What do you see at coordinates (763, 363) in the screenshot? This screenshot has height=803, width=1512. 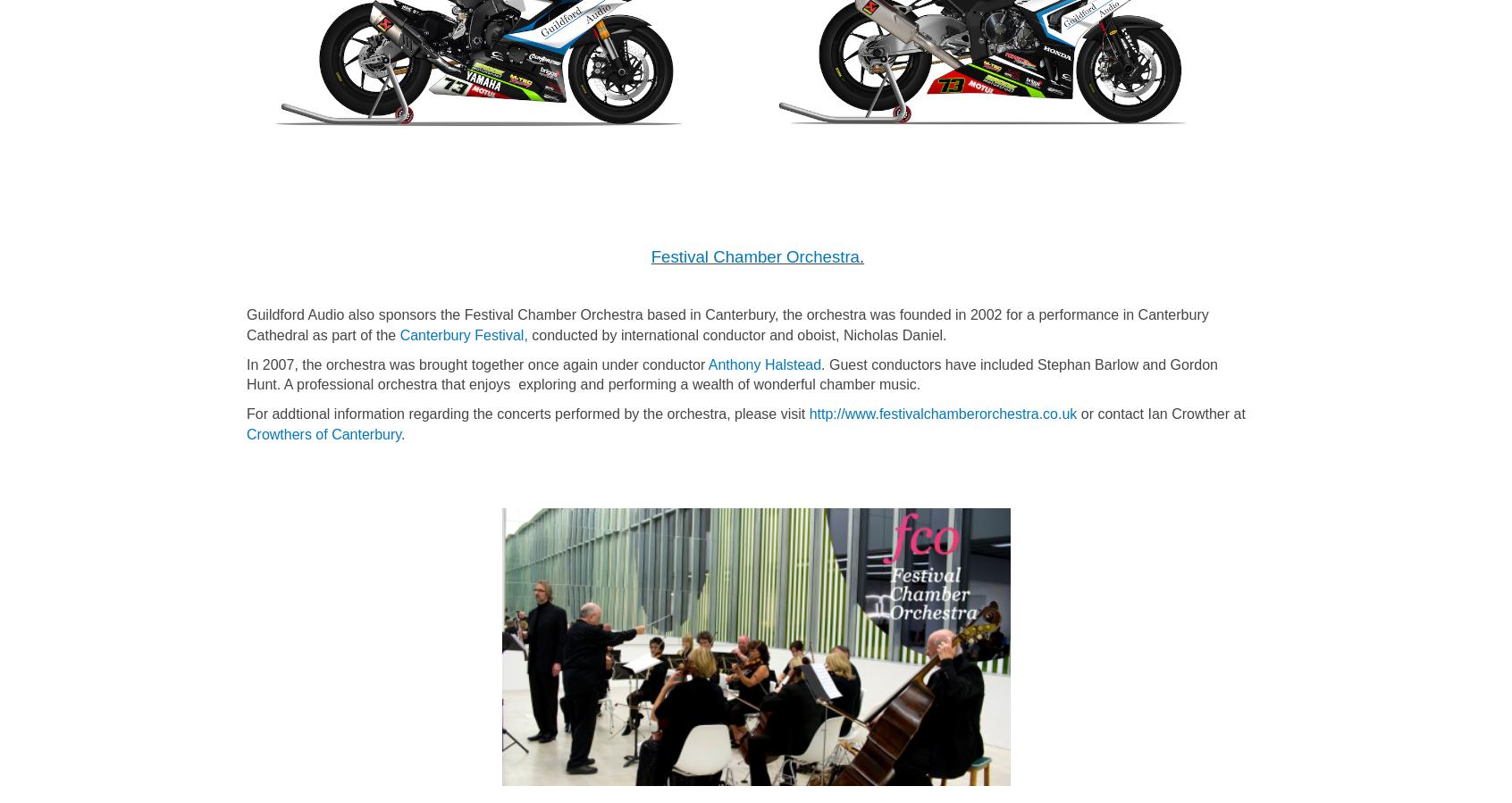 I see `'Anthony Halstead'` at bounding box center [763, 363].